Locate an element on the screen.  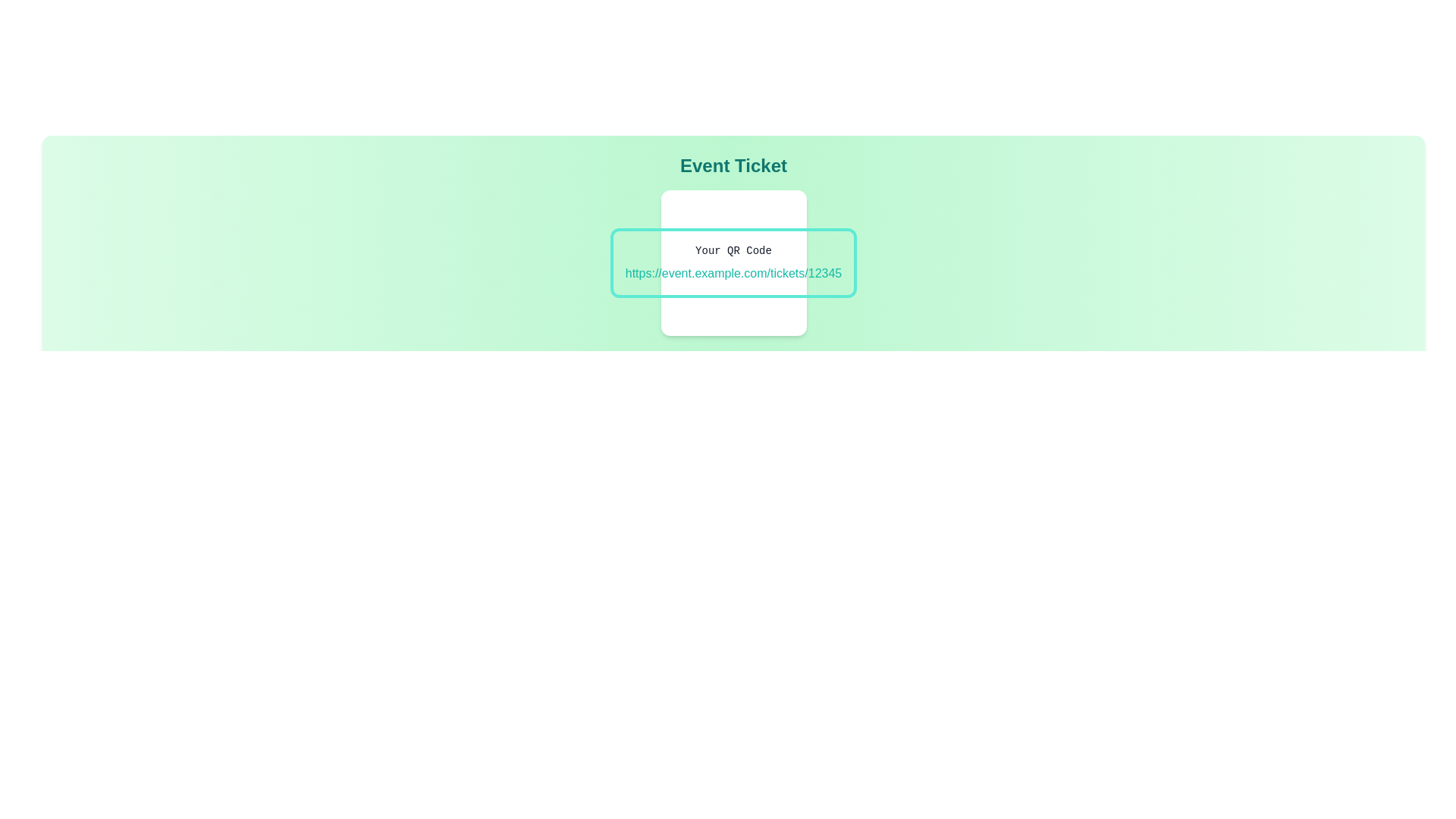
the URL displaying 'https://event.example.com/tickets/12345', which is styled as a clickable link beneath the title 'Your QR Code' is located at coordinates (733, 274).